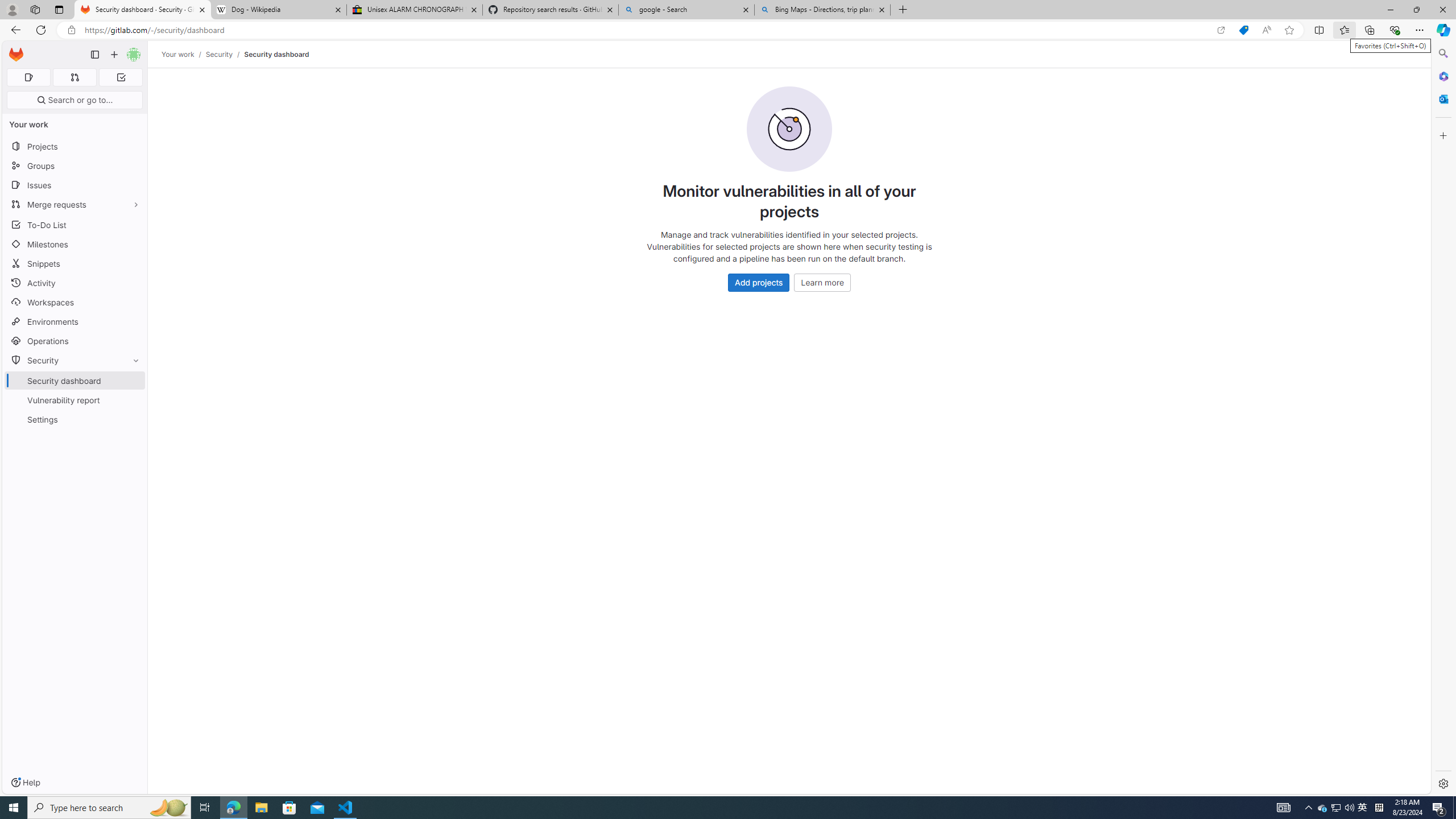  I want to click on 'Milestones', so click(74, 243).